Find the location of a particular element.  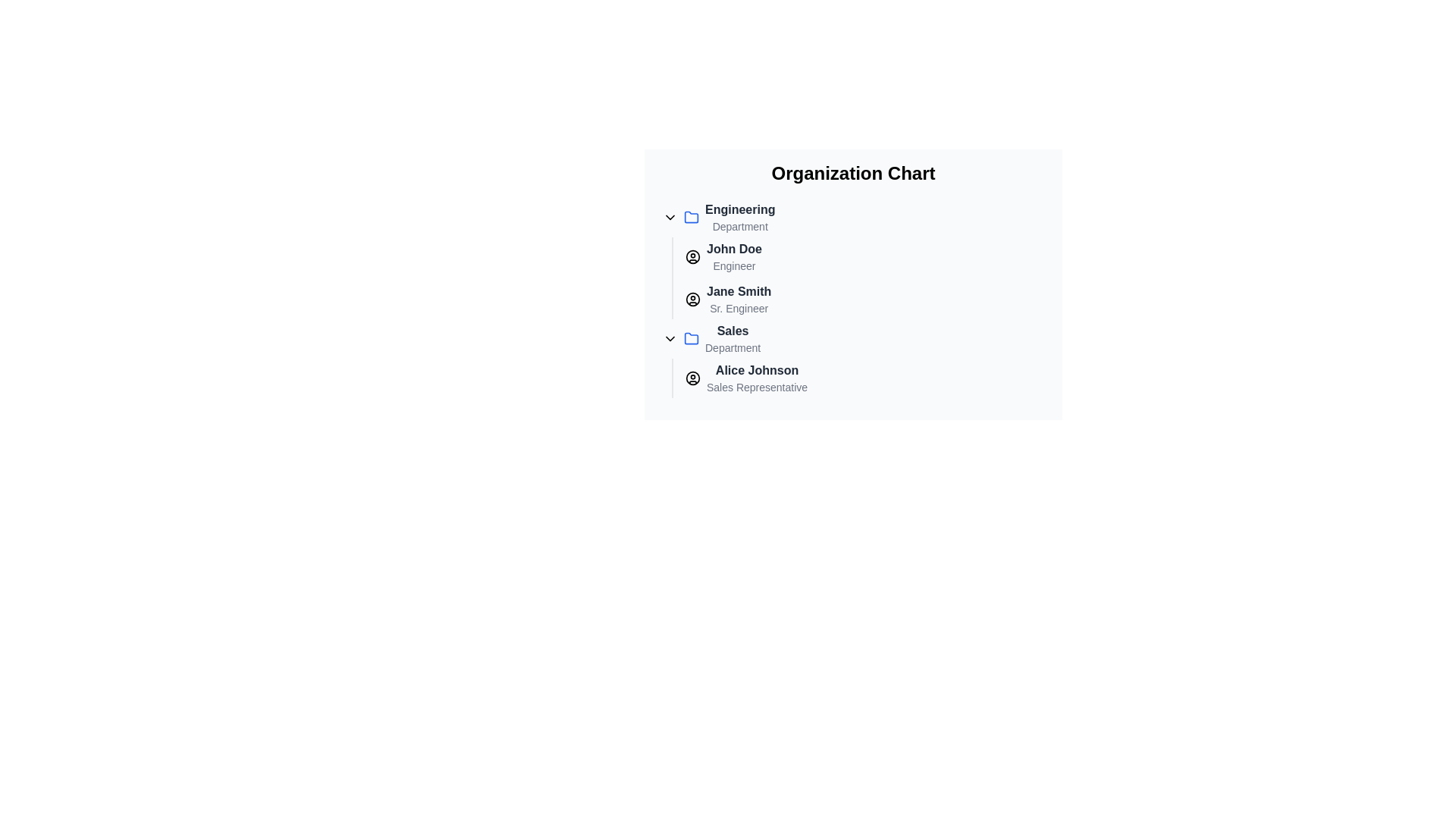

the 'Sales' text label located in the 'Sales' department section of the organization chart for accessibility is located at coordinates (733, 338).